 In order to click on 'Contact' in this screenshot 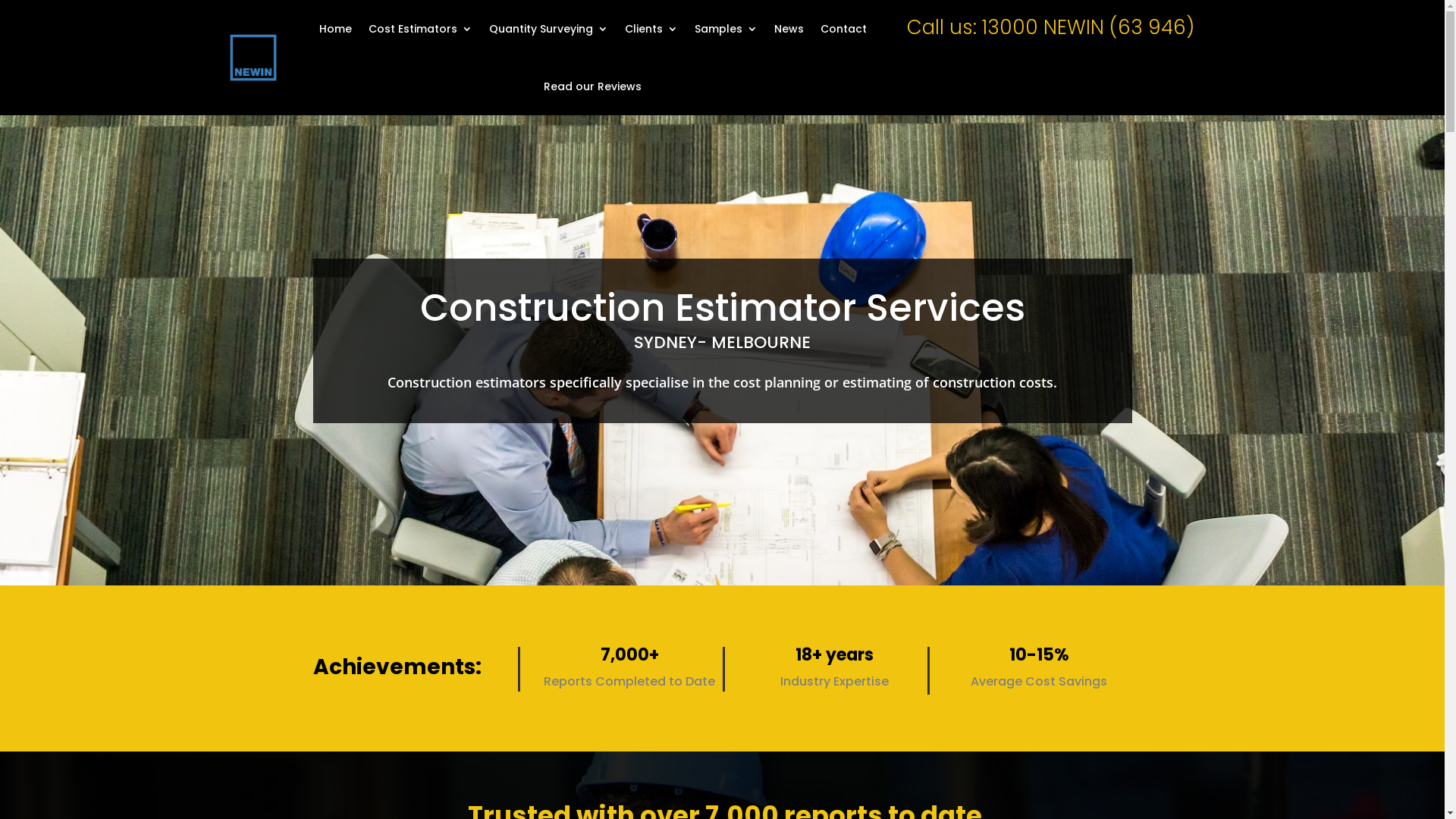, I will do `click(843, 29)`.